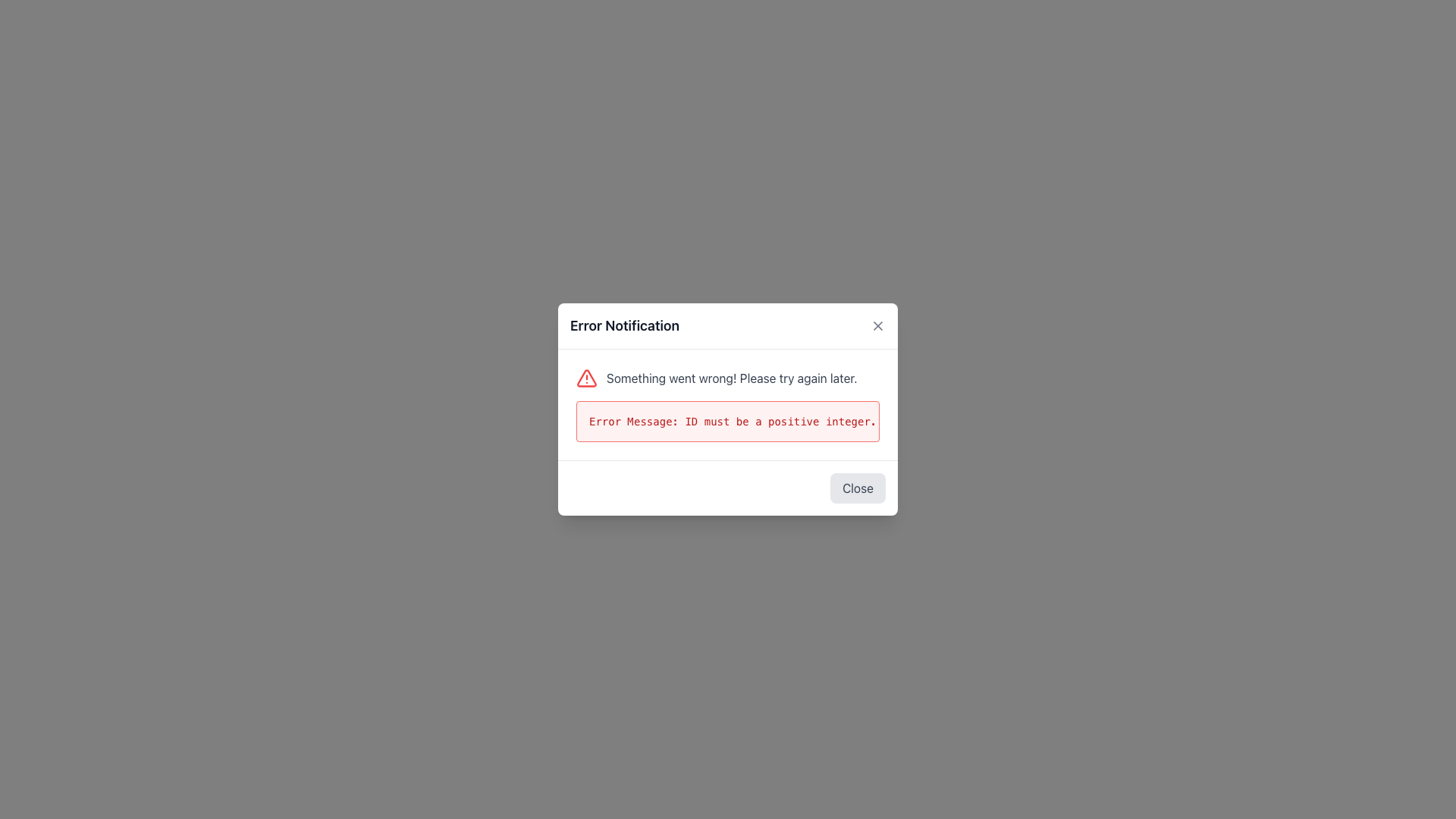 The width and height of the screenshot is (1456, 819). What do you see at coordinates (858, 488) in the screenshot?
I see `the close button in the bottom-right corner of the notification dialog` at bounding box center [858, 488].